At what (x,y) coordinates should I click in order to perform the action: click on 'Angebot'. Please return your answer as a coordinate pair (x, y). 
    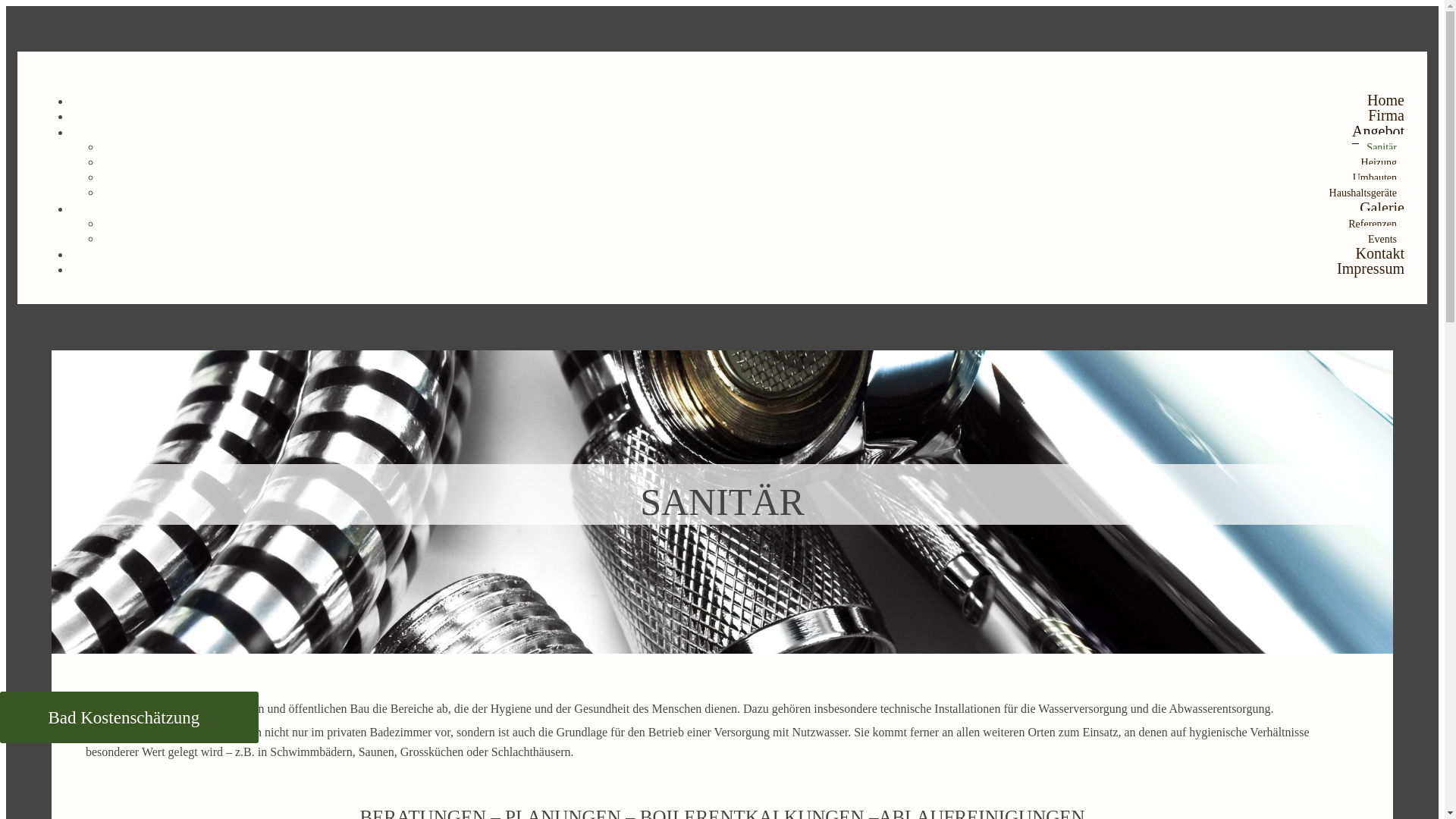
    Looking at the image, I should click on (1351, 130).